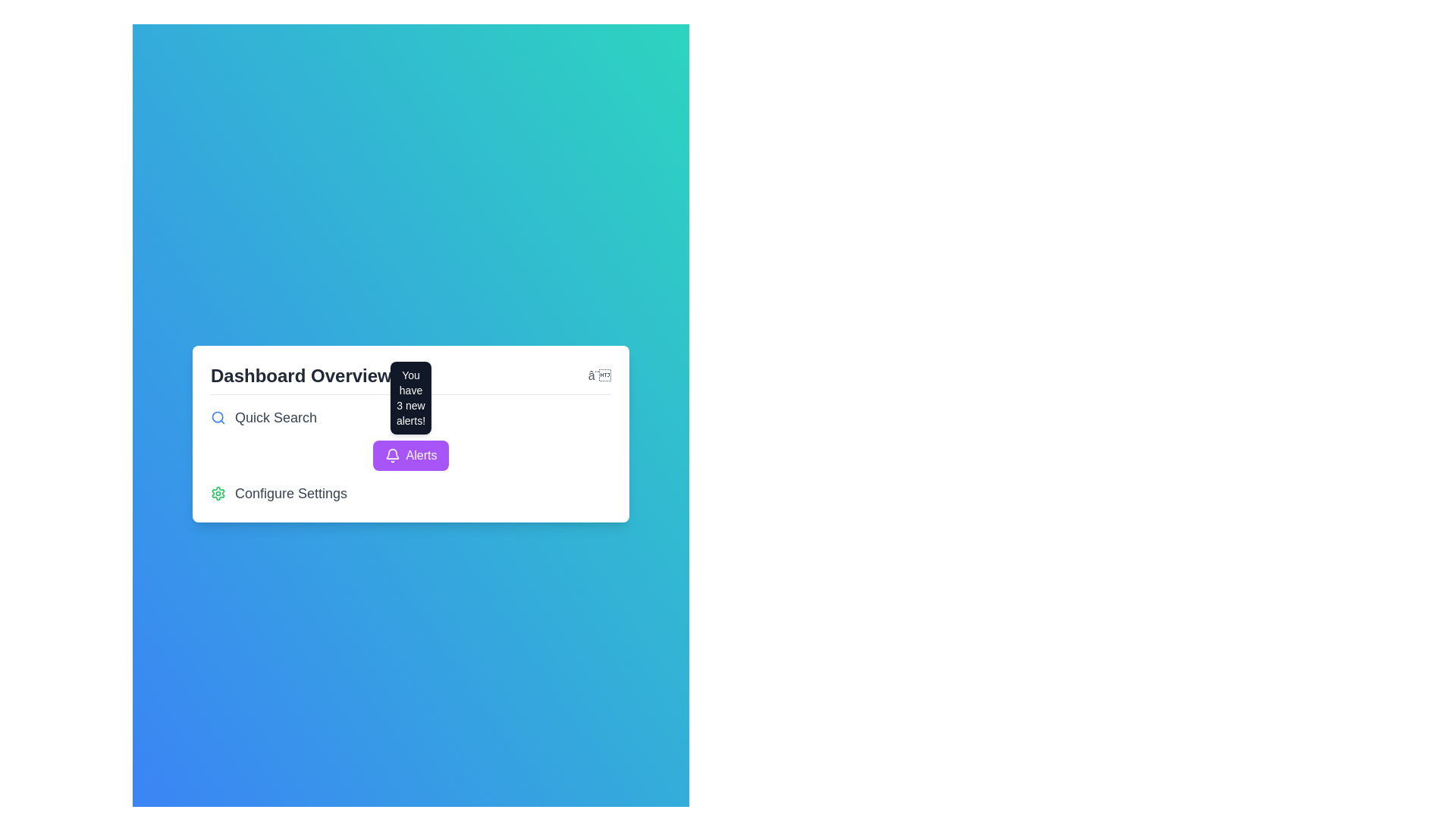 The image size is (1456, 819). I want to click on the blue magnifying glass icon located to the left of the 'Quick Search' text, so click(218, 417).